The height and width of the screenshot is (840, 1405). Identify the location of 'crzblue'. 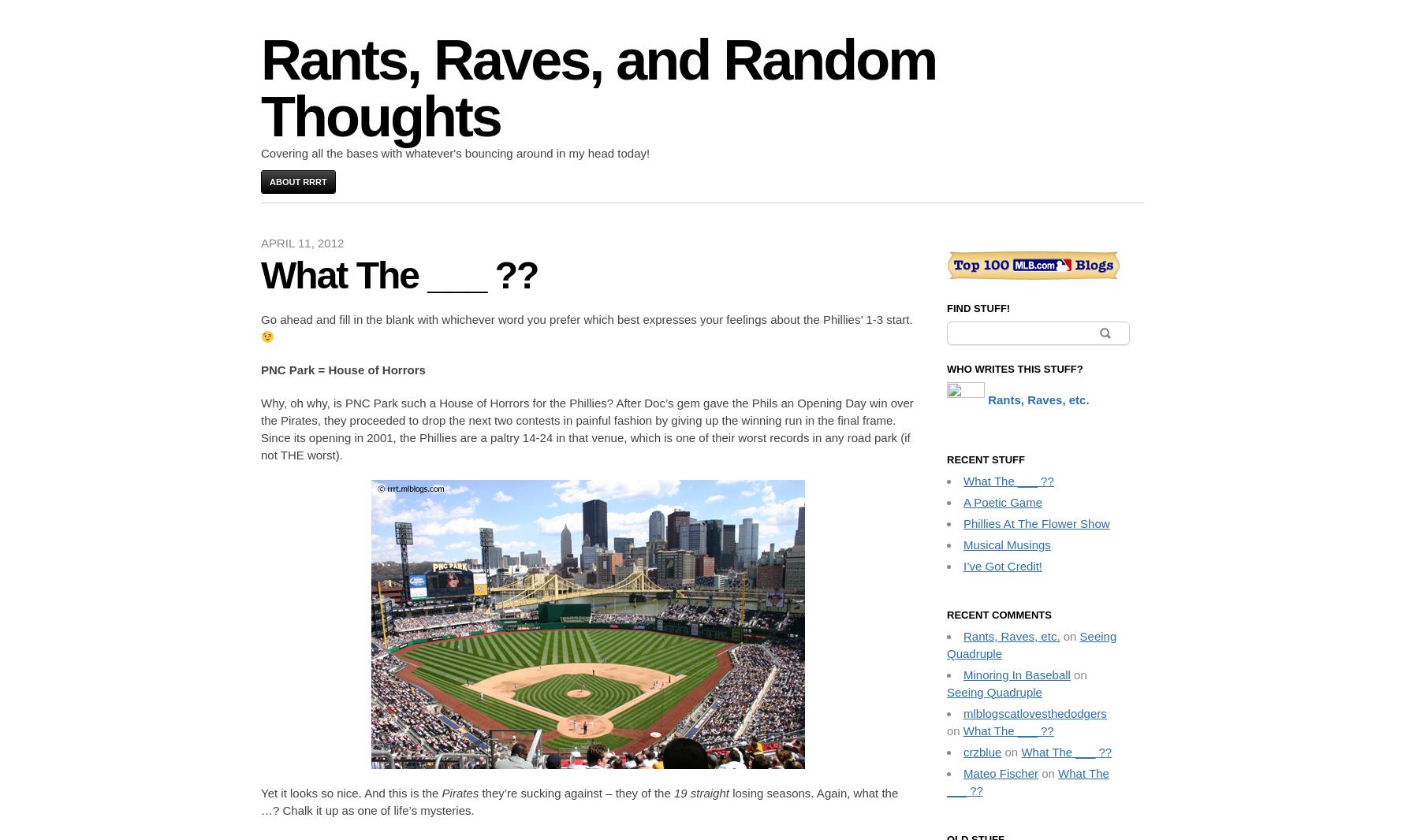
(981, 751).